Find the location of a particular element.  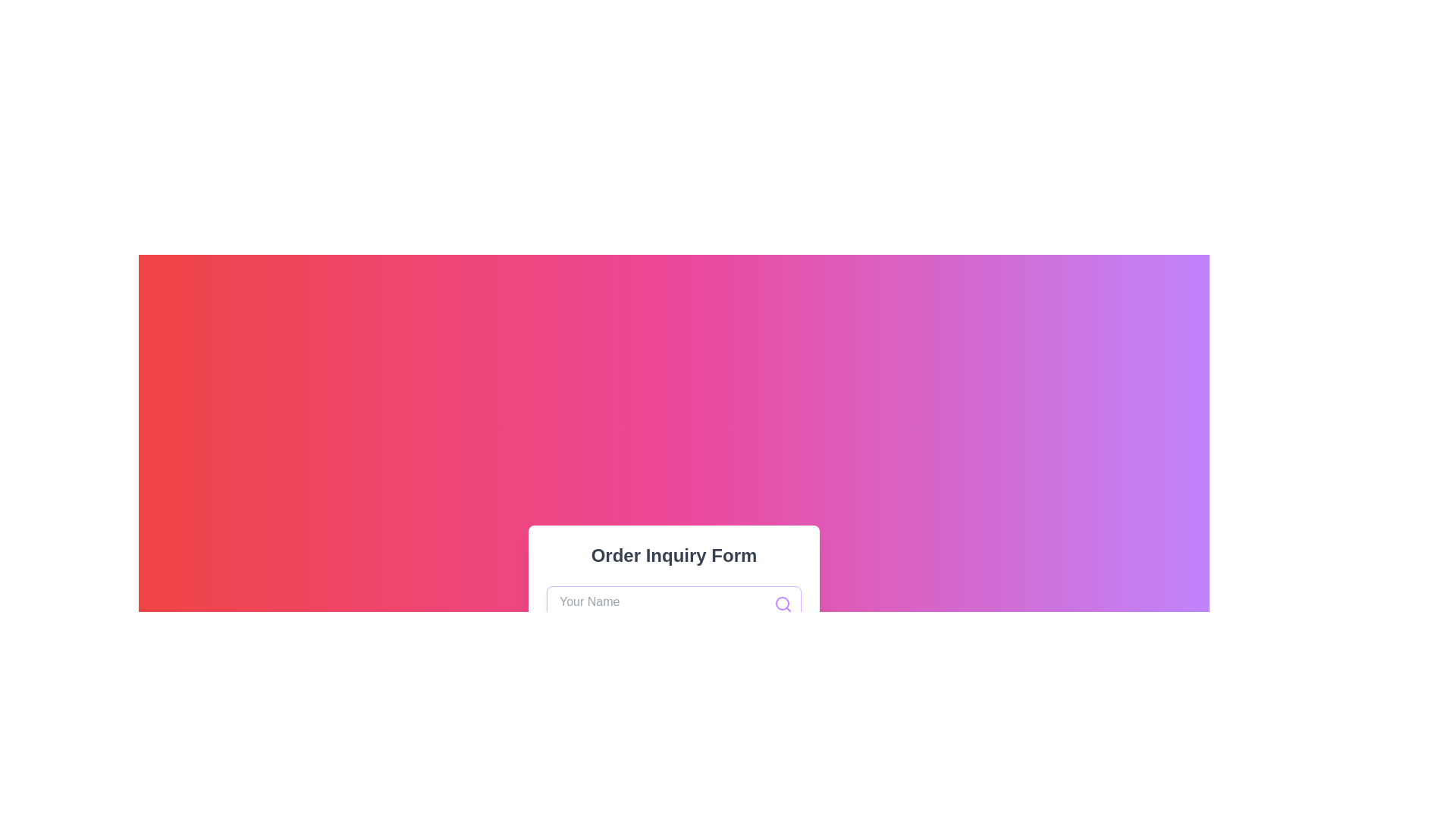

the search icon located at the top-right corner inside the 'Your Name' input field is located at coordinates (783, 603).